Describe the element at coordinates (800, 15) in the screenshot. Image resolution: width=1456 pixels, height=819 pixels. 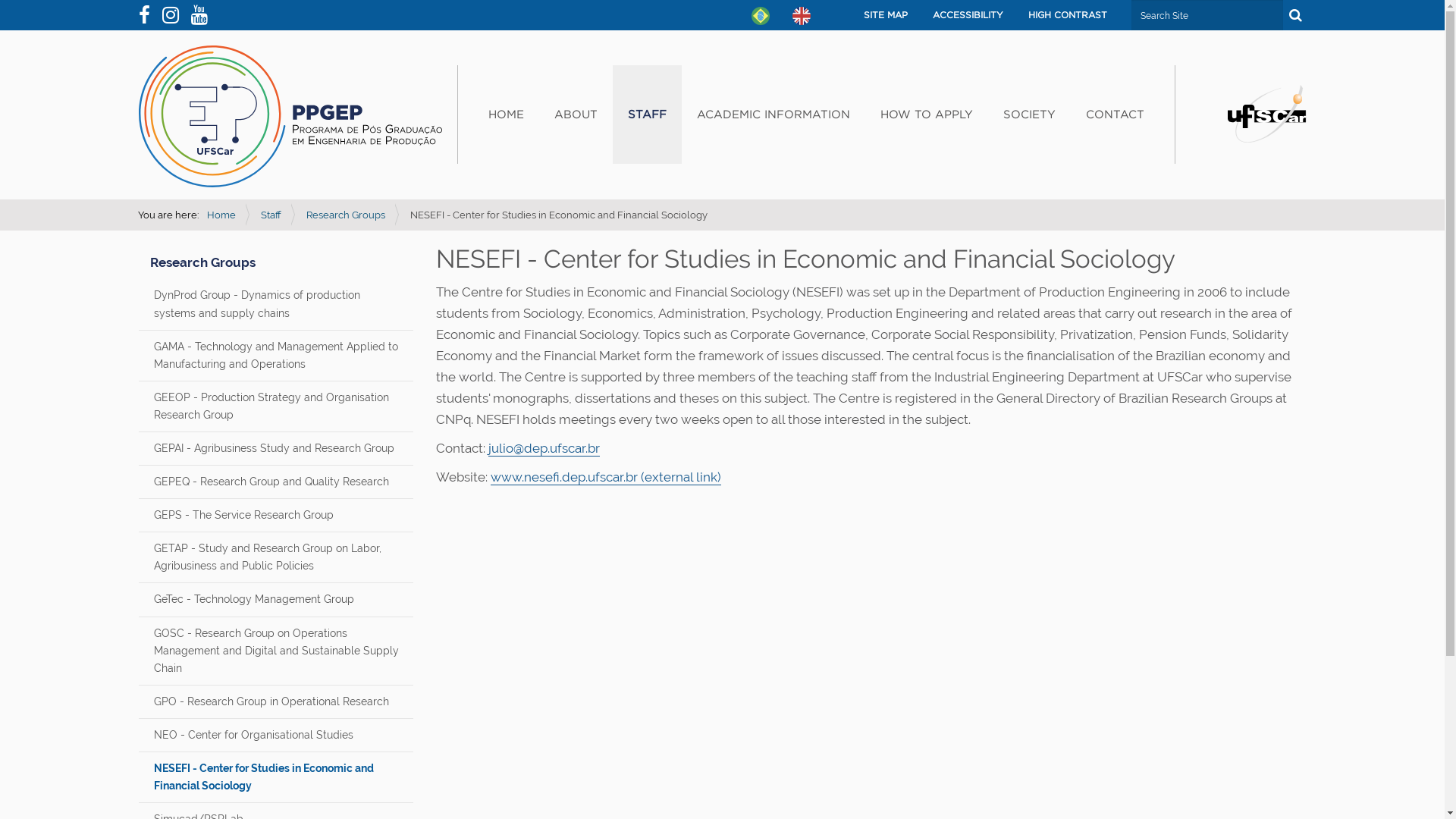
I see `'English'` at that location.